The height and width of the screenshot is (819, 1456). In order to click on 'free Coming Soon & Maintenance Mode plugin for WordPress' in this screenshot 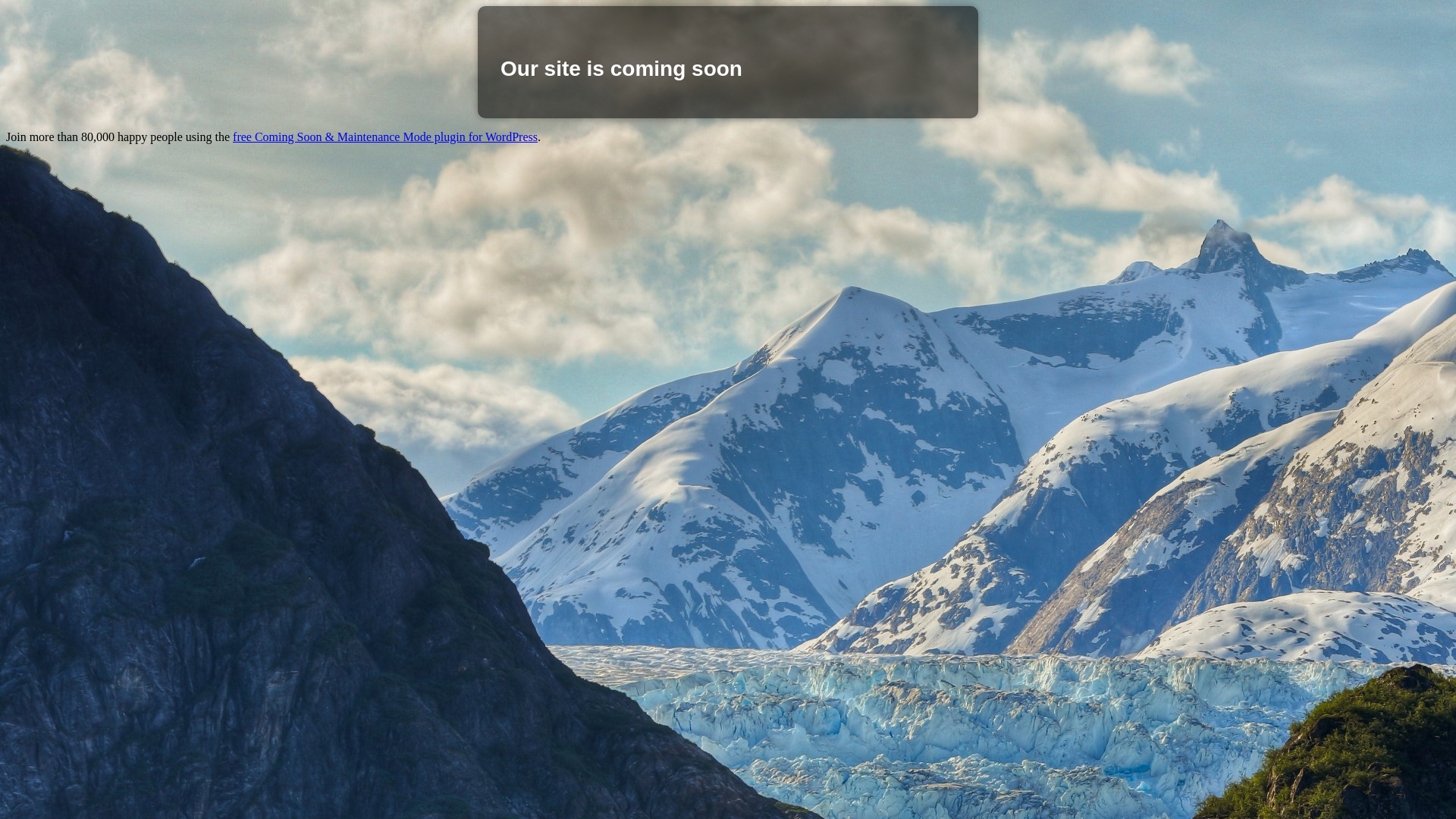, I will do `click(385, 136)`.